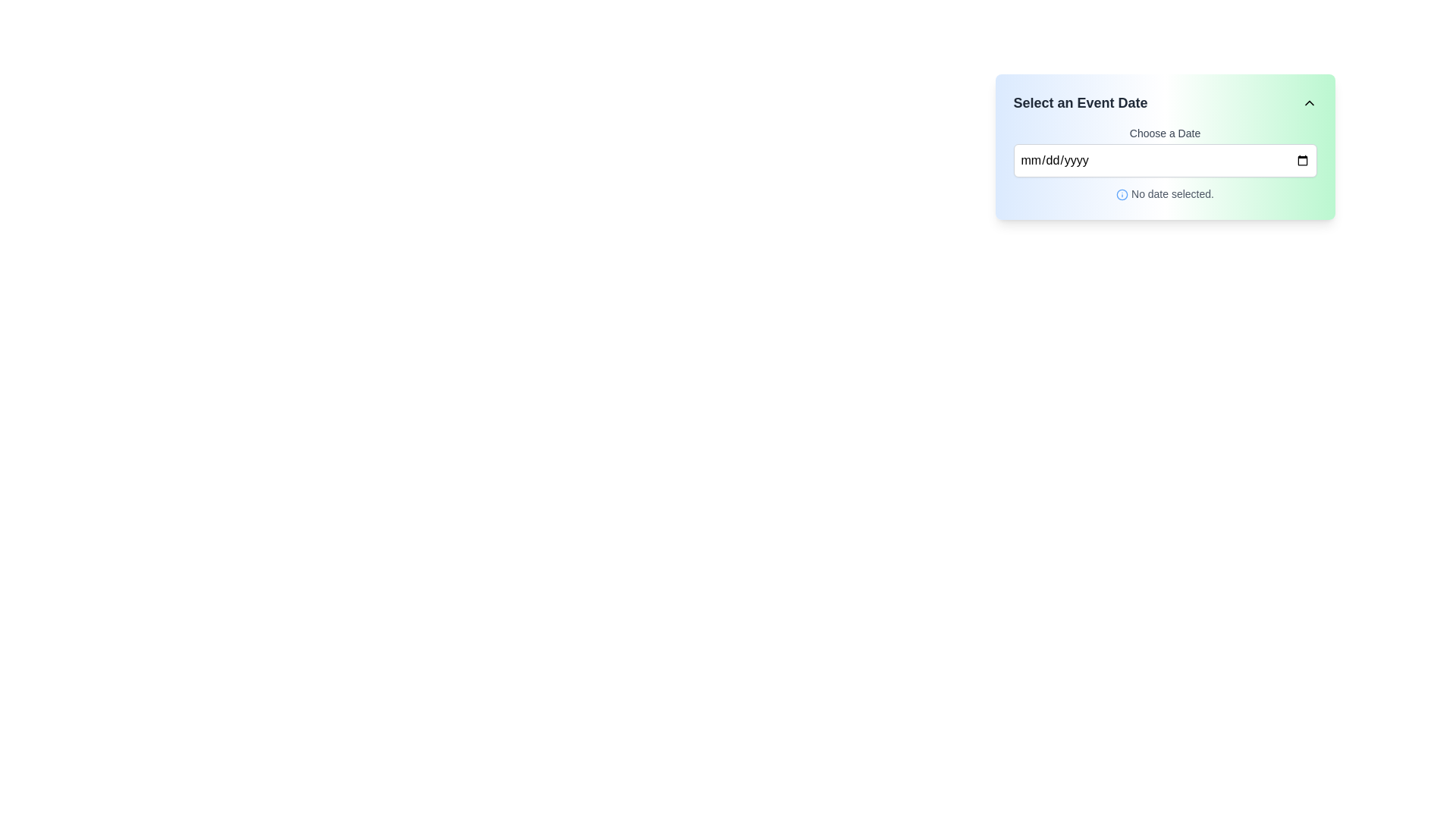  Describe the element at coordinates (1122, 194) in the screenshot. I see `the decorative circle within the SVG graphic located near the top-right corner of the interface` at that location.